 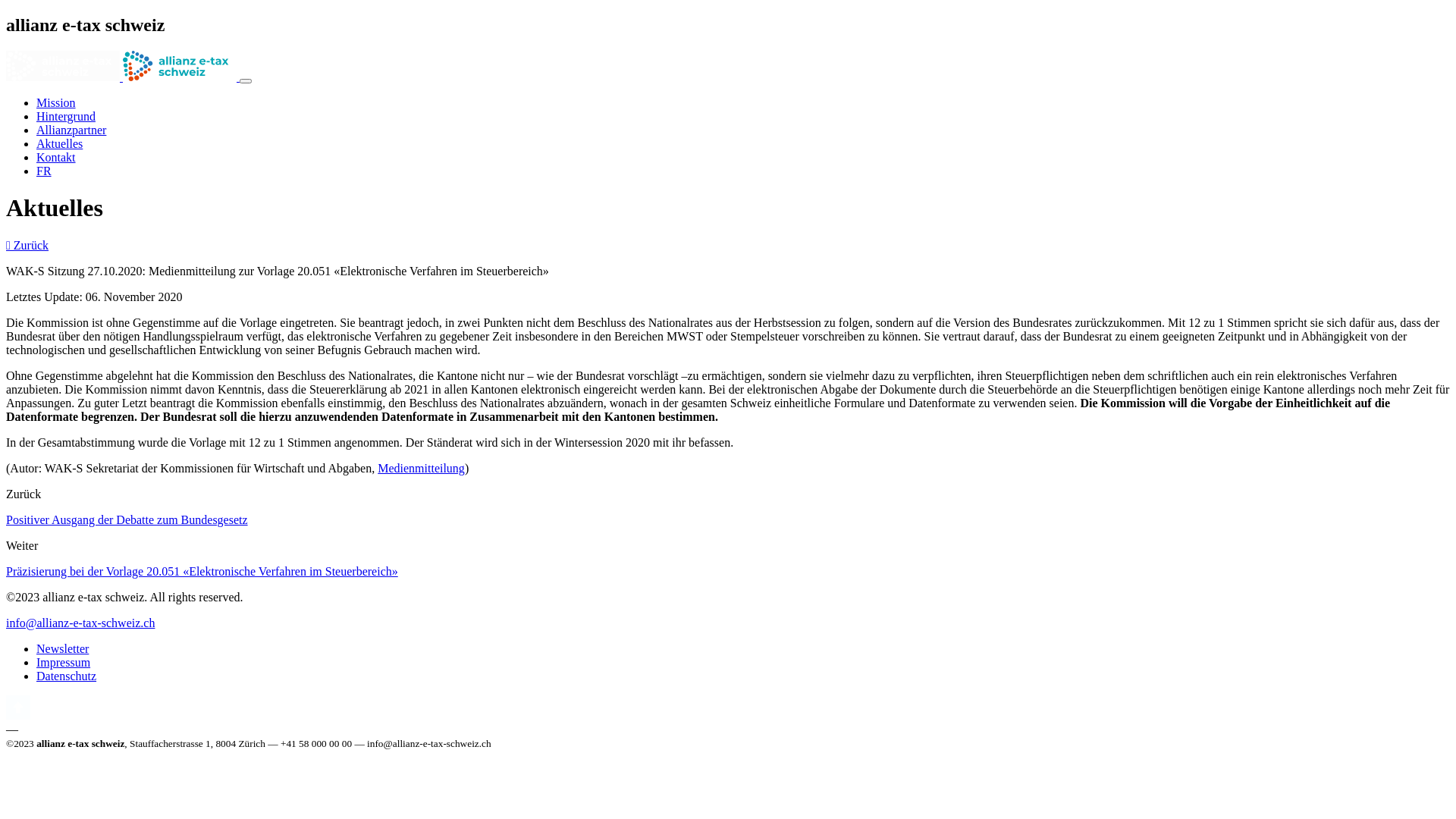 What do you see at coordinates (421, 467) in the screenshot?
I see `'Medienmitteilung'` at bounding box center [421, 467].